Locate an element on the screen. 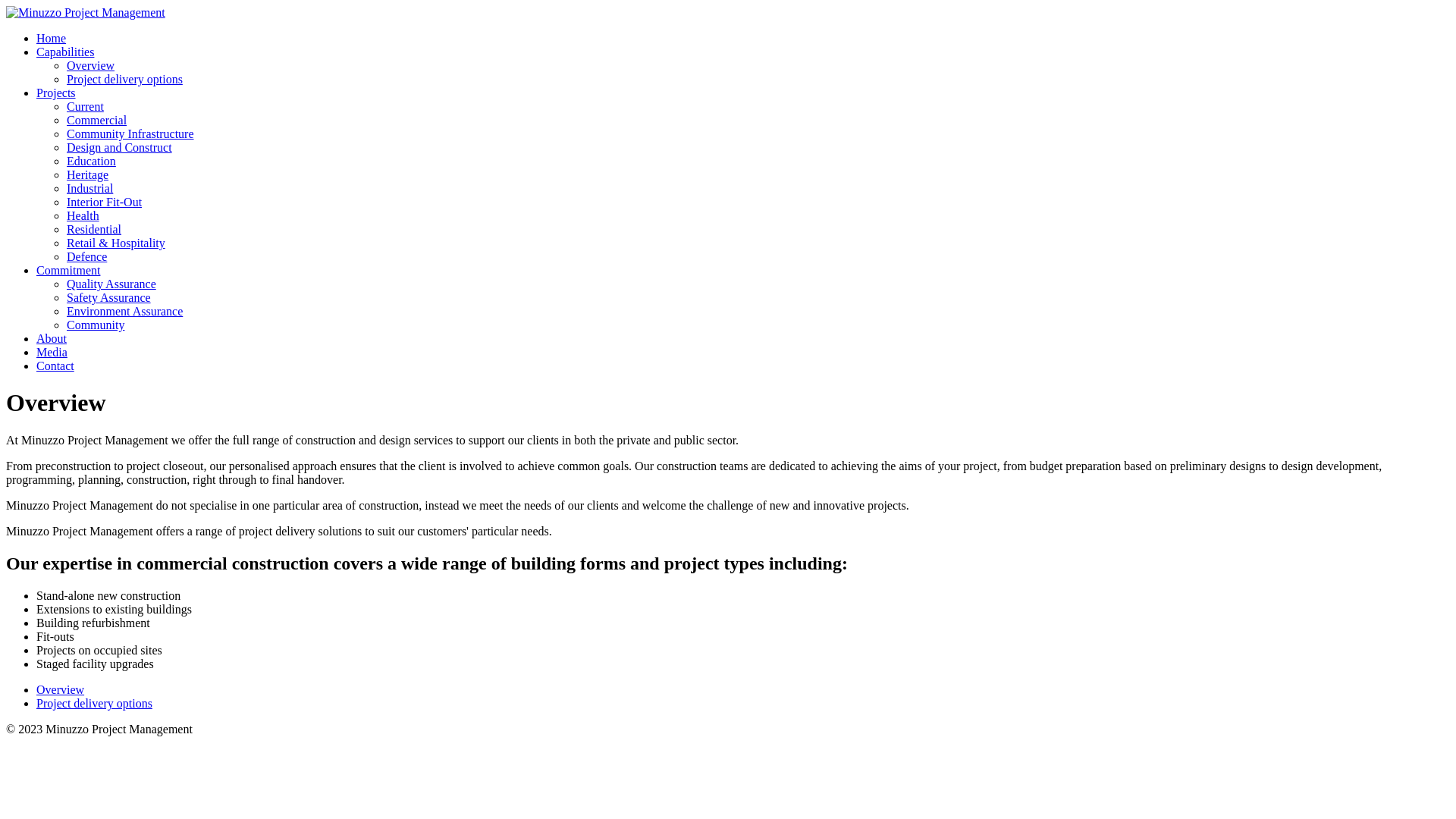 The image size is (1456, 819). 'Design and Construct' is located at coordinates (118, 147).